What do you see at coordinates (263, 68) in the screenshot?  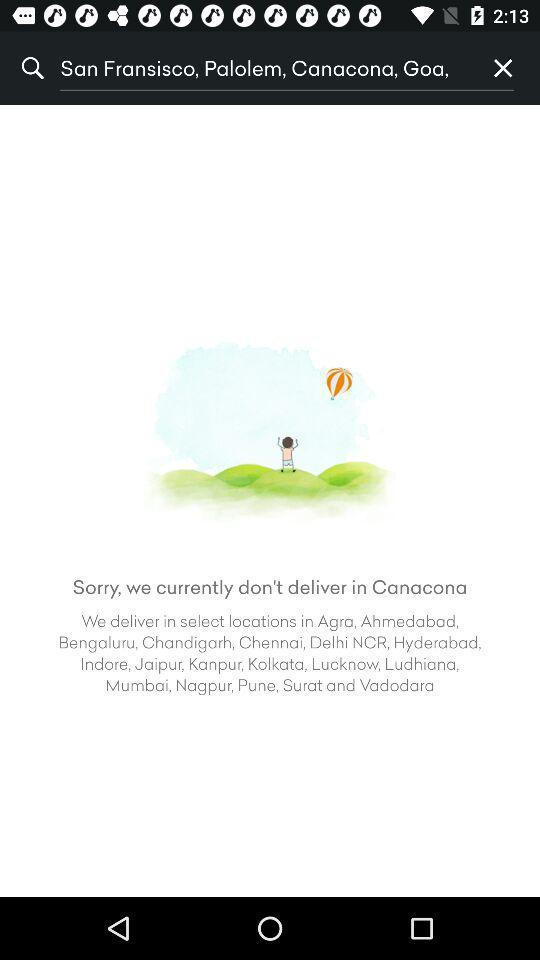 I see `icon next to the p icon` at bounding box center [263, 68].